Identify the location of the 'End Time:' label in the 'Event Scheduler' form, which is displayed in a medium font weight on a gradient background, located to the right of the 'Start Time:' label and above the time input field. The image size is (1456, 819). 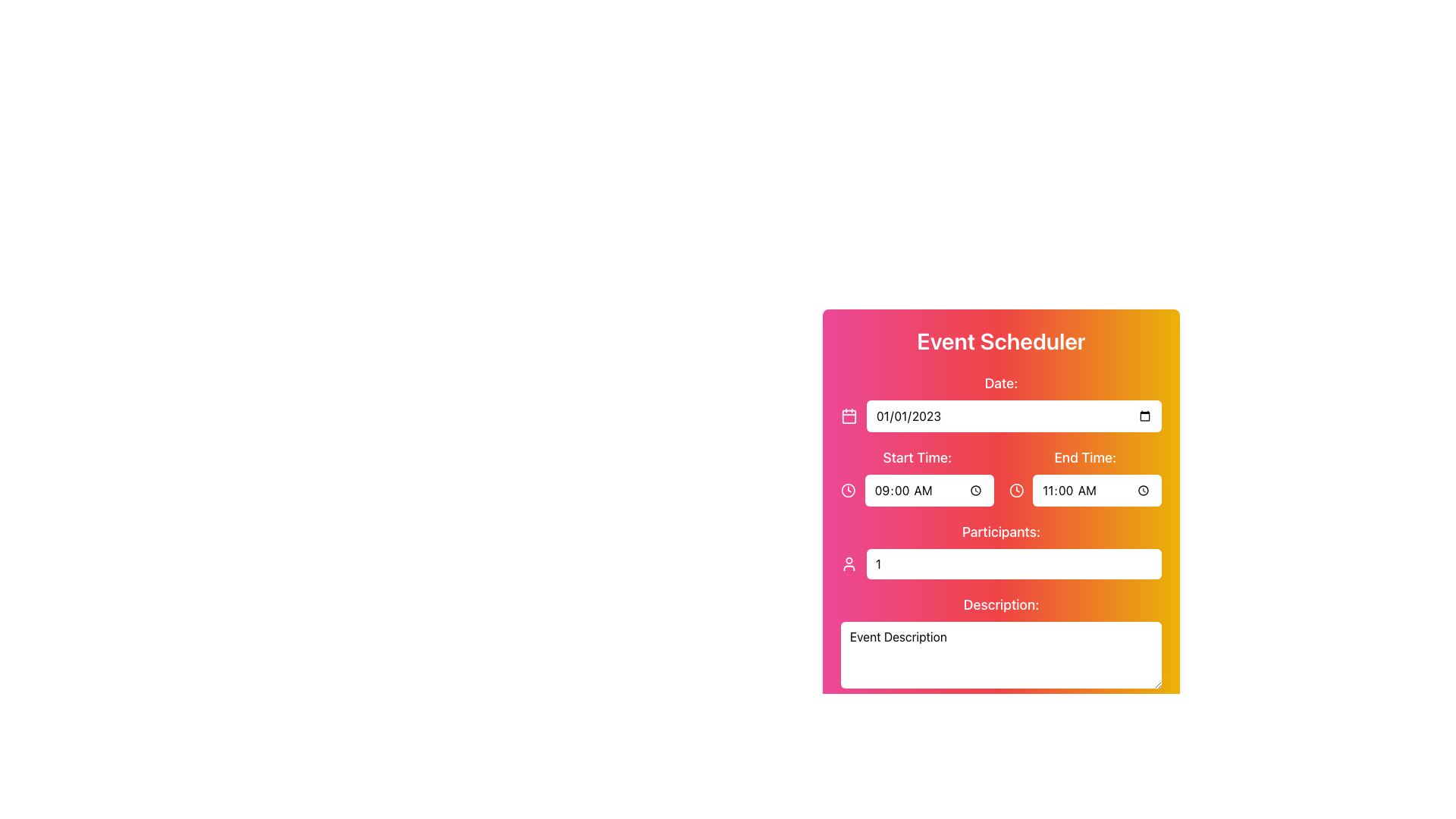
(1084, 457).